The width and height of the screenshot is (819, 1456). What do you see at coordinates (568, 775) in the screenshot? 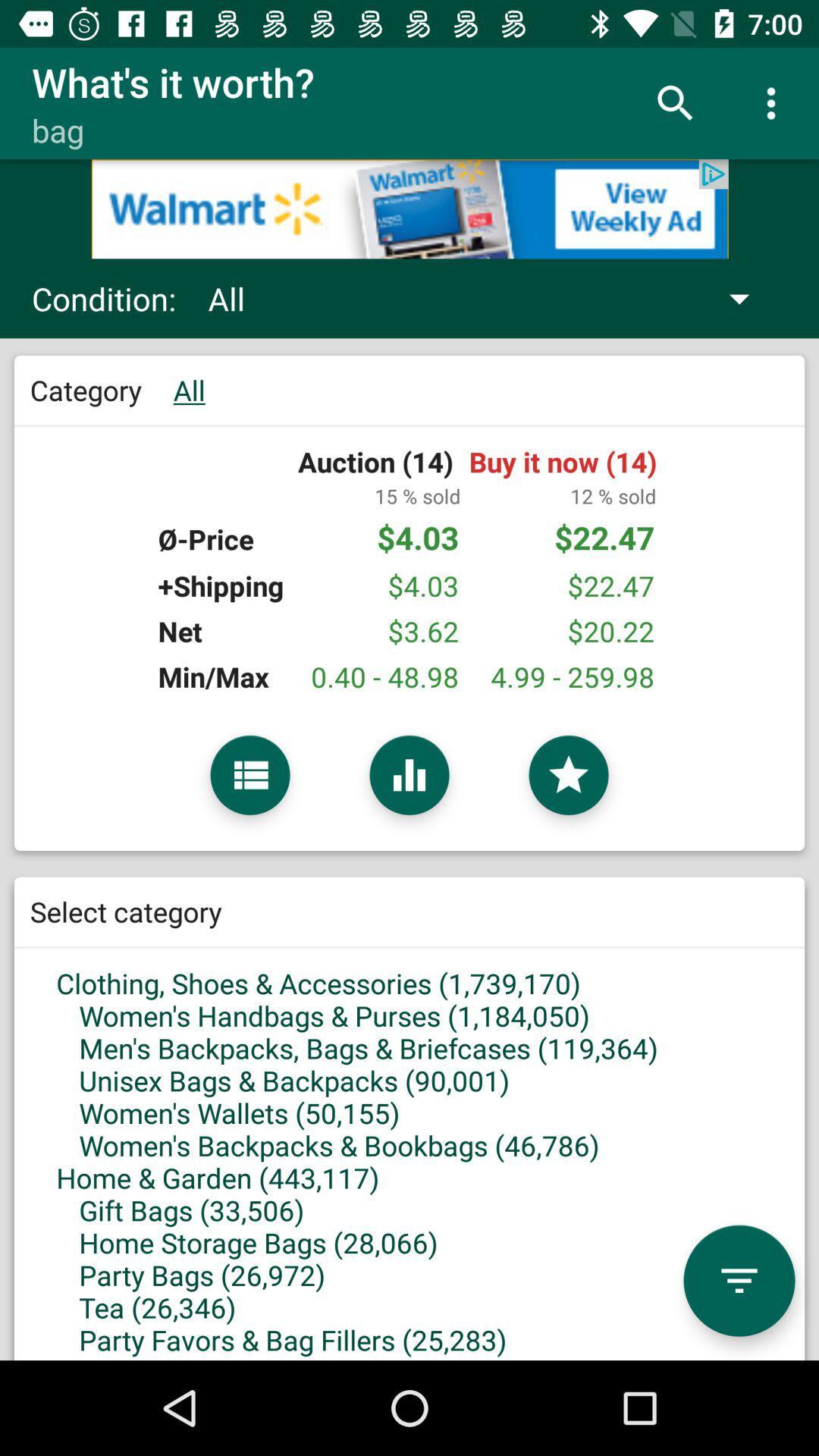
I see `the third icon with star` at bounding box center [568, 775].